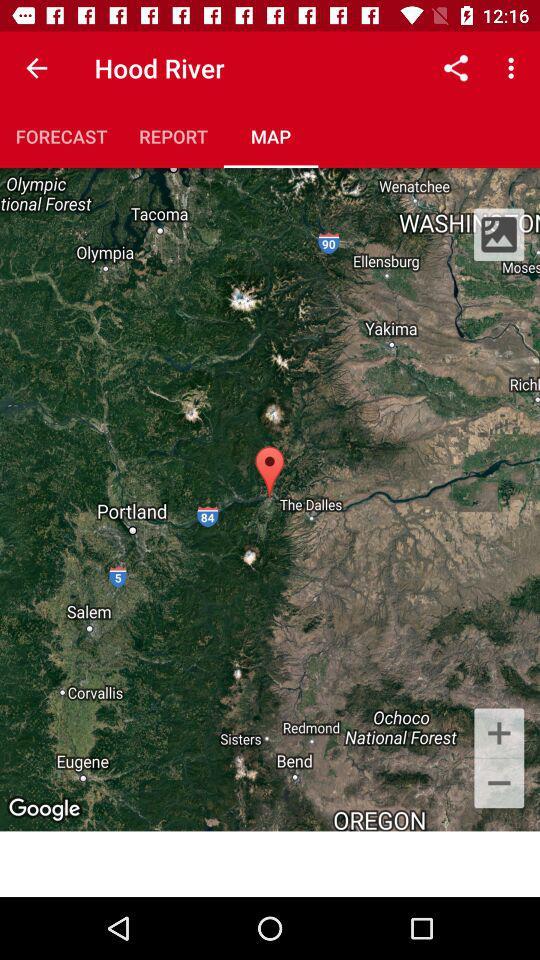 This screenshot has width=540, height=960. I want to click on icon next to the hood river icon, so click(36, 68).